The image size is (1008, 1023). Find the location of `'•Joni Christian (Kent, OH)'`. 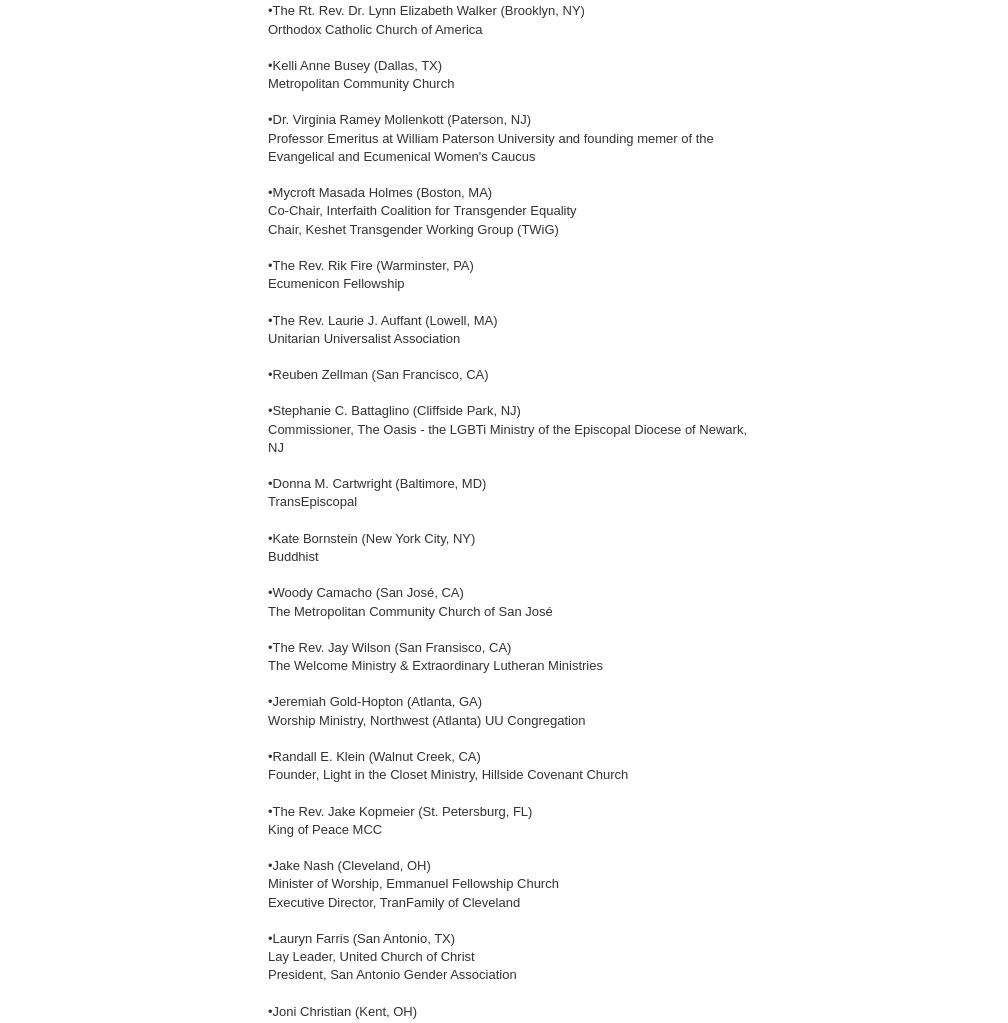

'•Joni Christian (Kent, OH)' is located at coordinates (342, 1009).